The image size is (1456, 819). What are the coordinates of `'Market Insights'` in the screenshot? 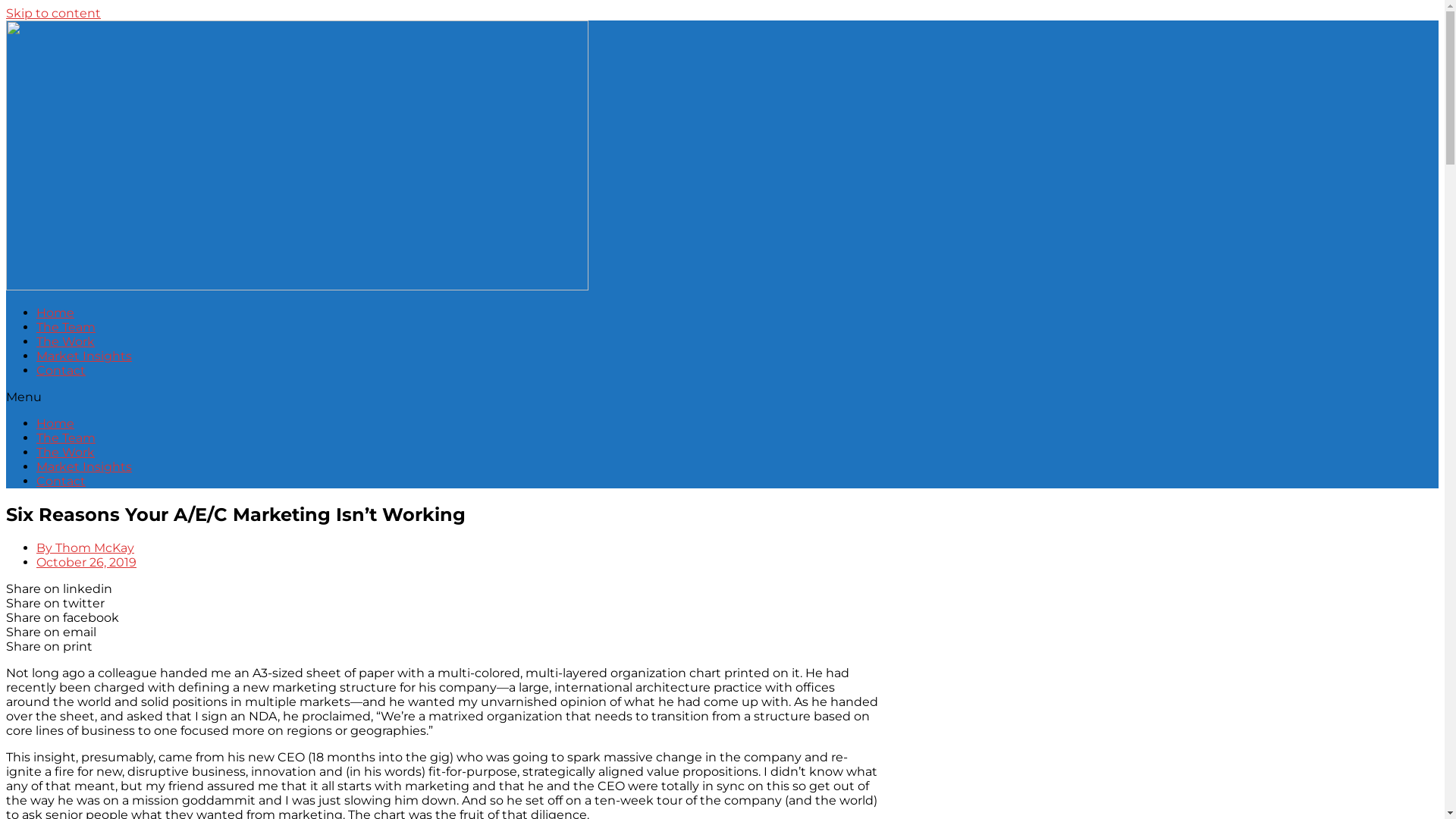 It's located at (83, 356).